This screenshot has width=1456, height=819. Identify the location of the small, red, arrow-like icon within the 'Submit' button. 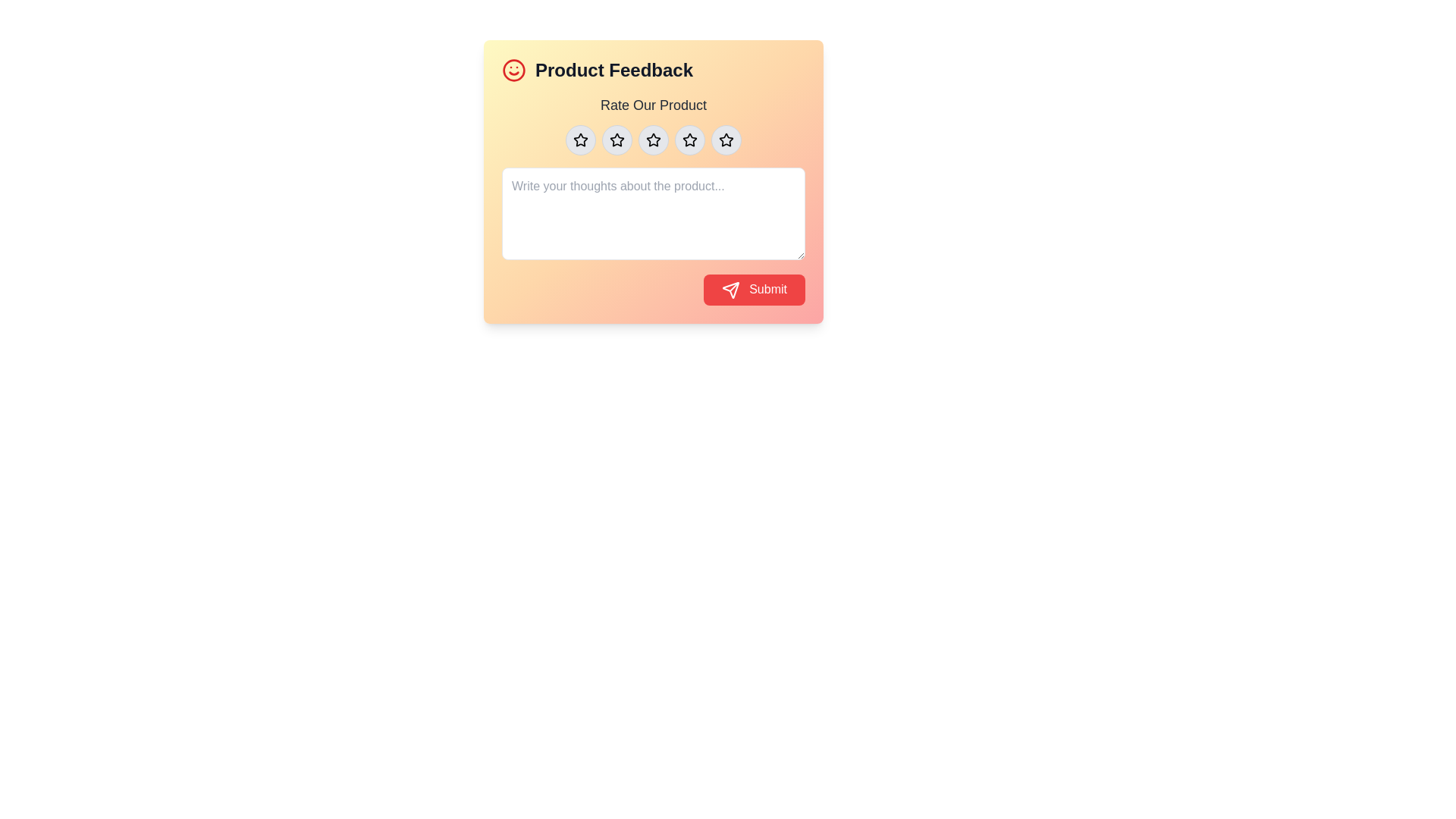
(730, 290).